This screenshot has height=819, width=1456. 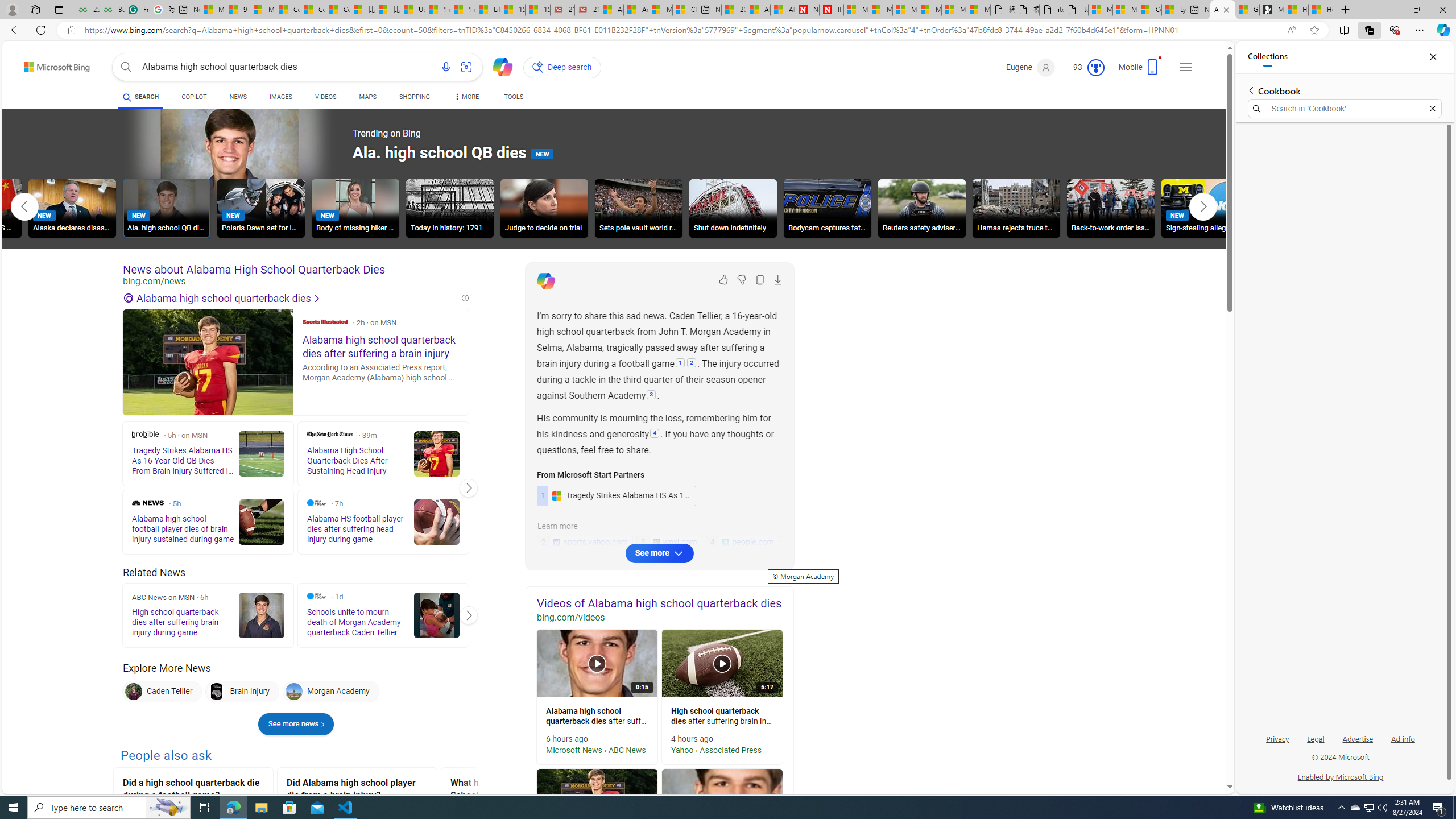 I want to click on '20 Ways to Boost Your Protein Intake at Every Meal', so click(x=733, y=9).